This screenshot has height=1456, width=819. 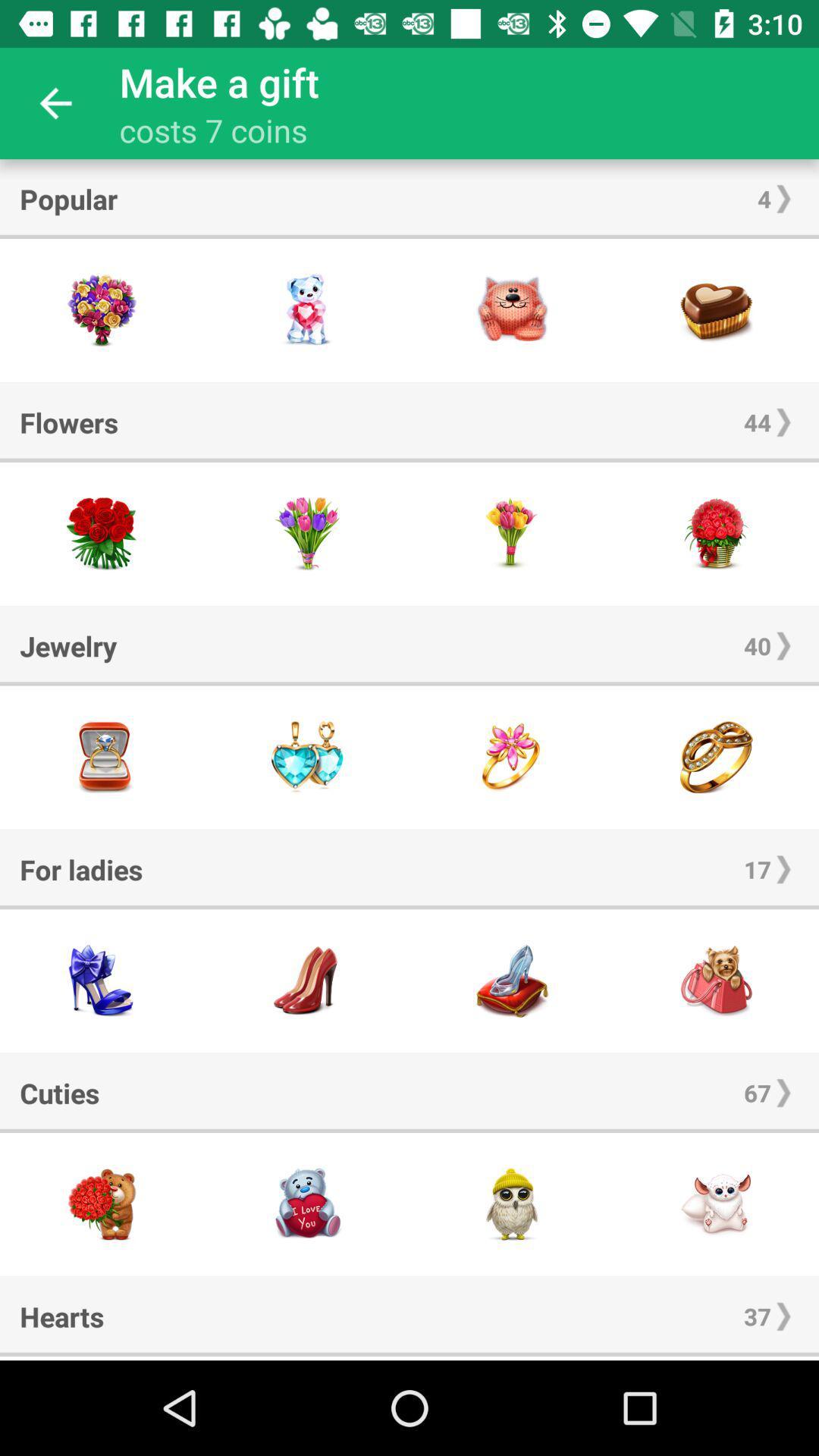 I want to click on cursor moving option, so click(x=307, y=1358).